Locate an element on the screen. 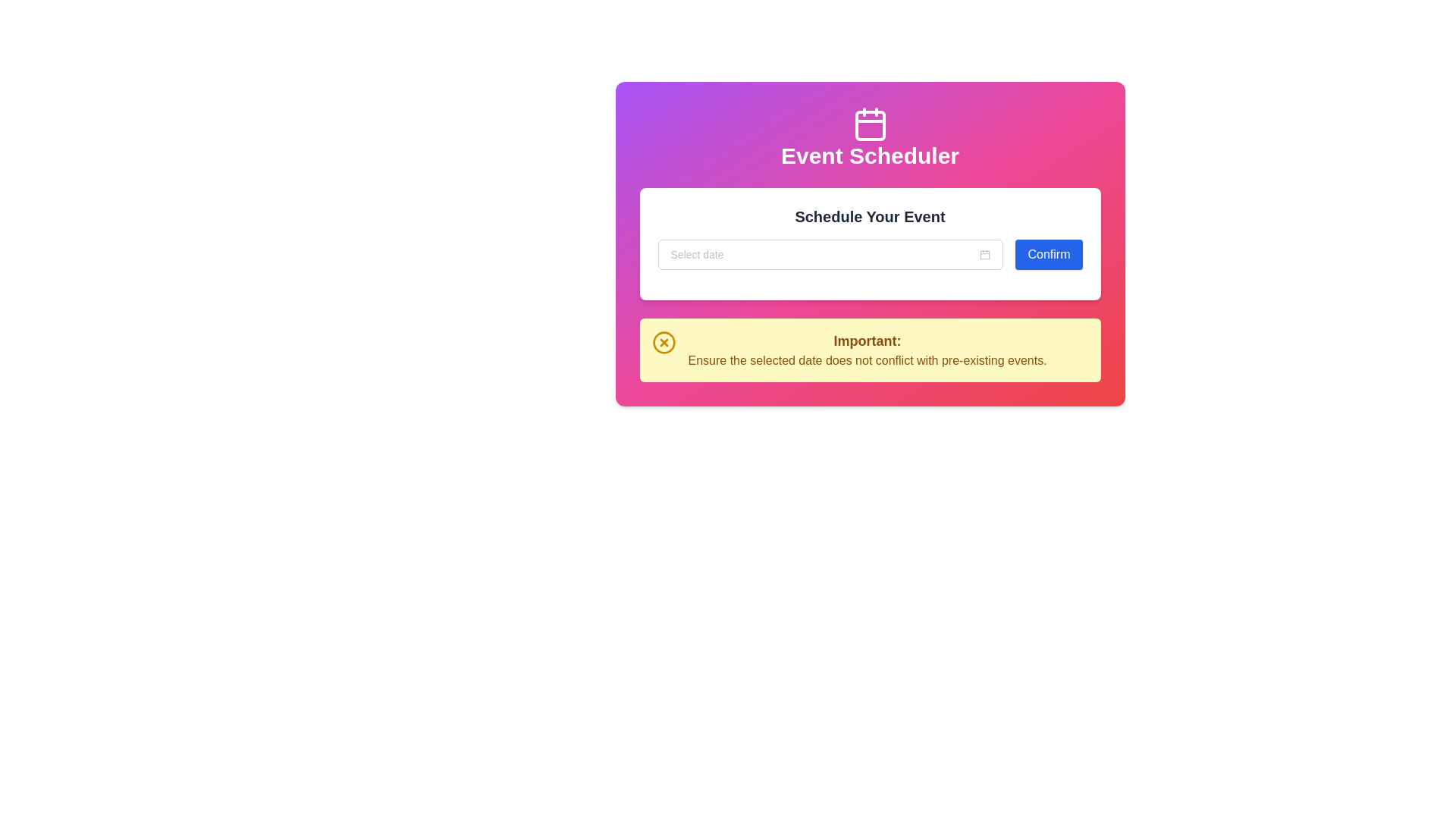 Image resolution: width=1456 pixels, height=819 pixels. the yellow notification message box located at the bottom of the main interface, which contains a warning icon and bold 'Important:' text is located at coordinates (870, 350).